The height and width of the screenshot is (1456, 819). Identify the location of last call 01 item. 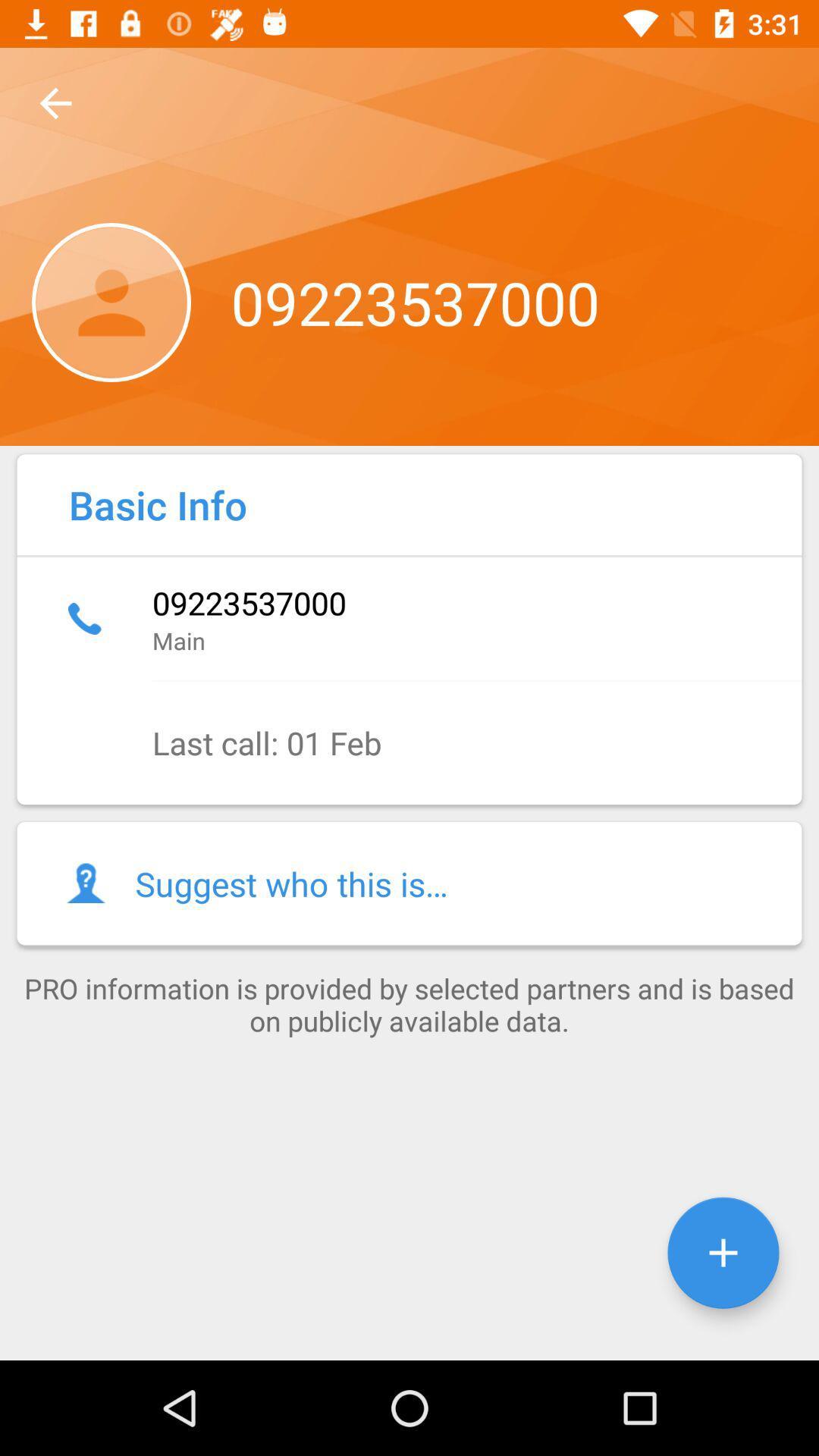
(409, 742).